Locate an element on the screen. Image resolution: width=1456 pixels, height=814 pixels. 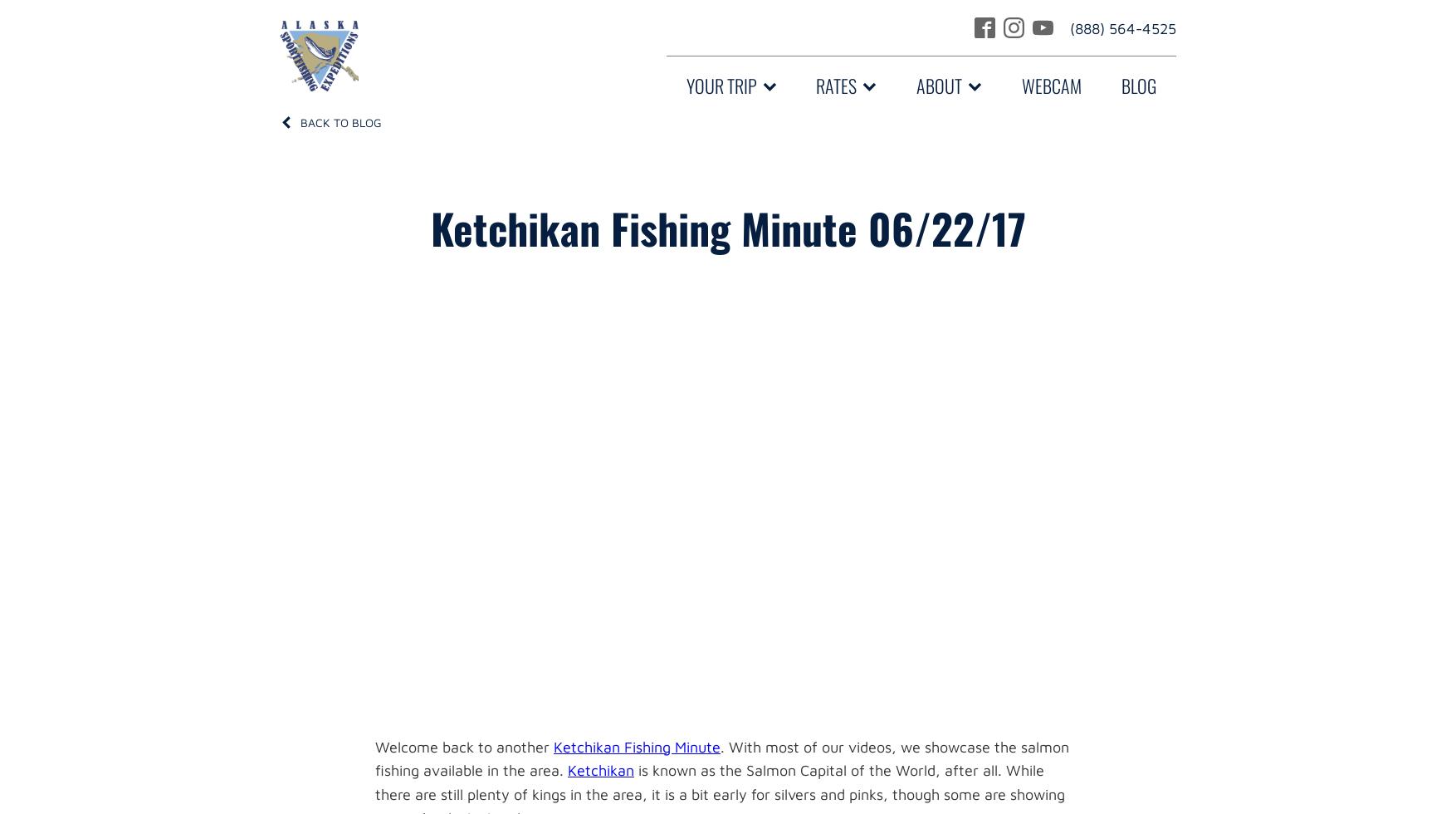
'The Lodges' is located at coordinates (724, 211).